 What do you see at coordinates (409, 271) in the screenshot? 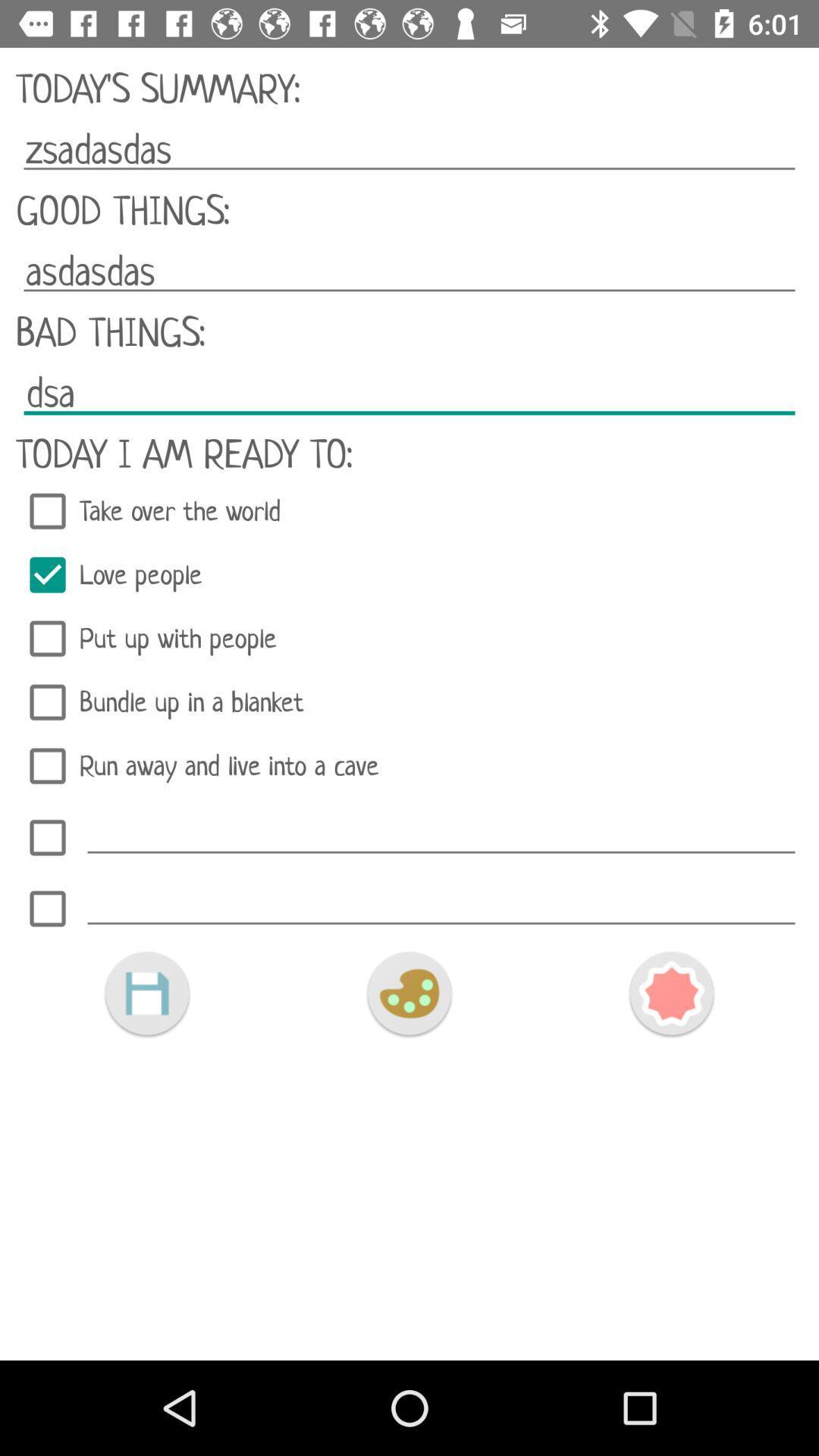
I see `asdasdas item` at bounding box center [409, 271].